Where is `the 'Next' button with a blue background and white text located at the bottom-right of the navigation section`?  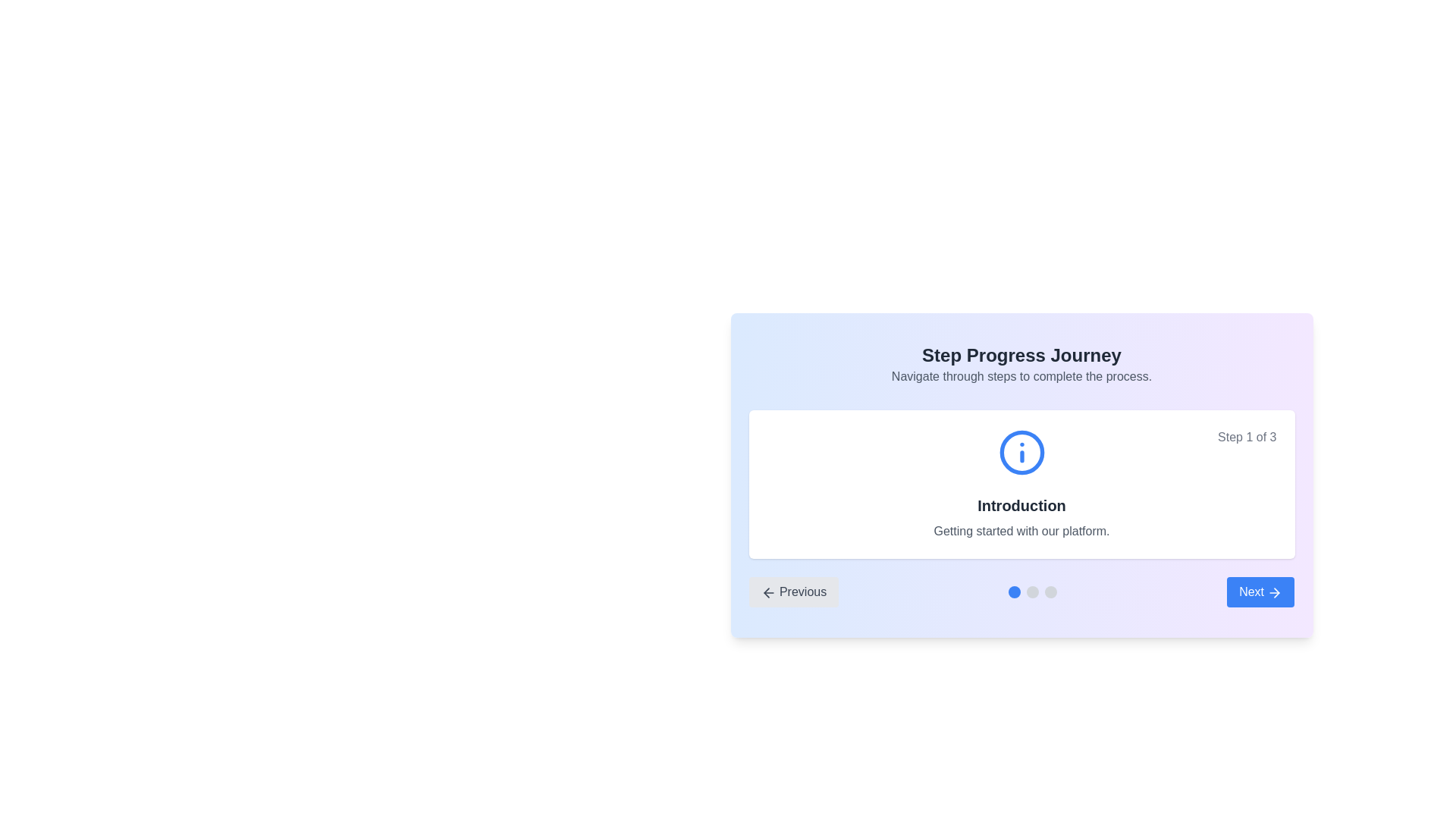 the 'Next' button with a blue background and white text located at the bottom-right of the navigation section is located at coordinates (1260, 591).